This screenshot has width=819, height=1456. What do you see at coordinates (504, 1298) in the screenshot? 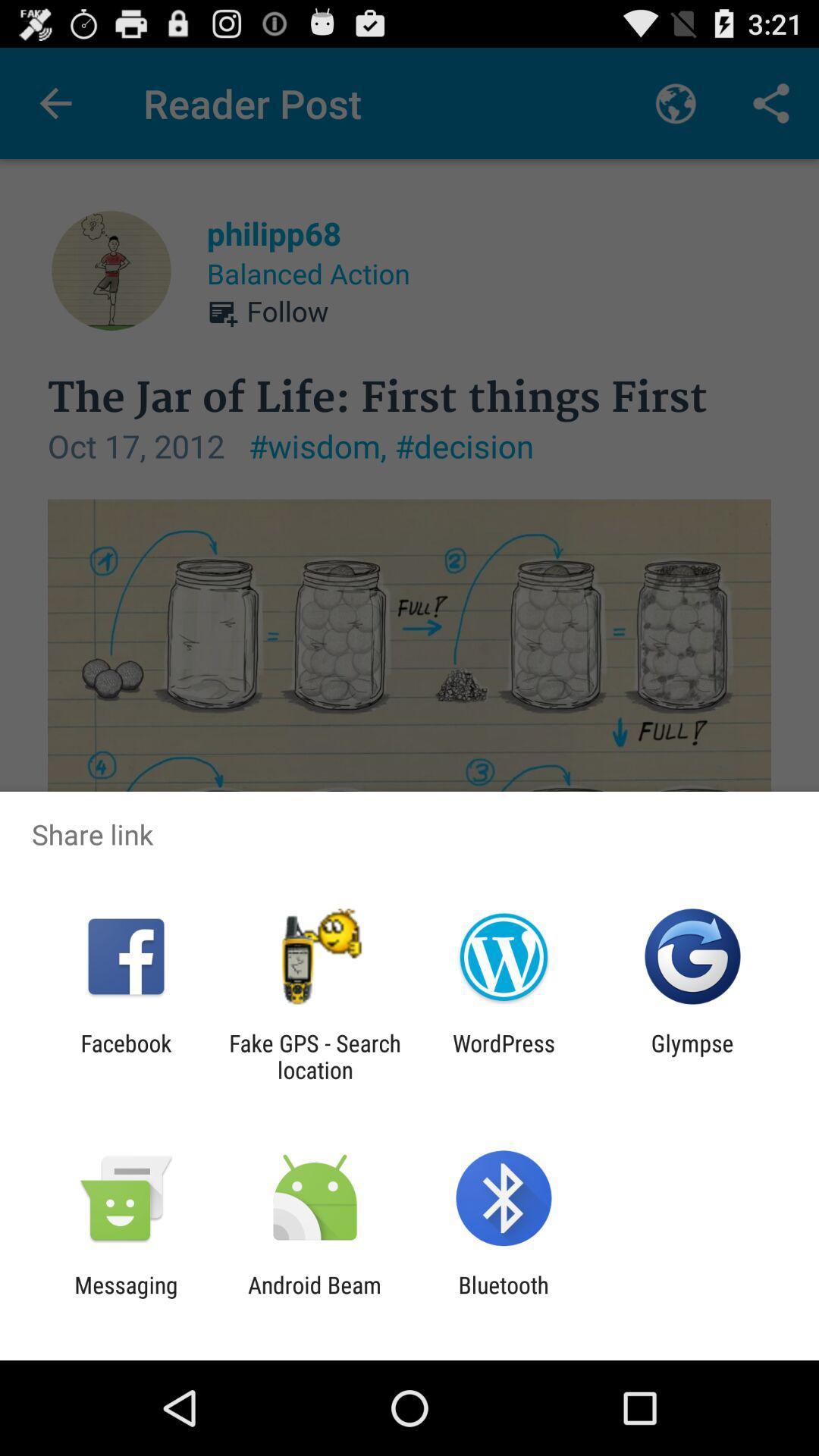
I see `the icon next to the android beam app` at bounding box center [504, 1298].